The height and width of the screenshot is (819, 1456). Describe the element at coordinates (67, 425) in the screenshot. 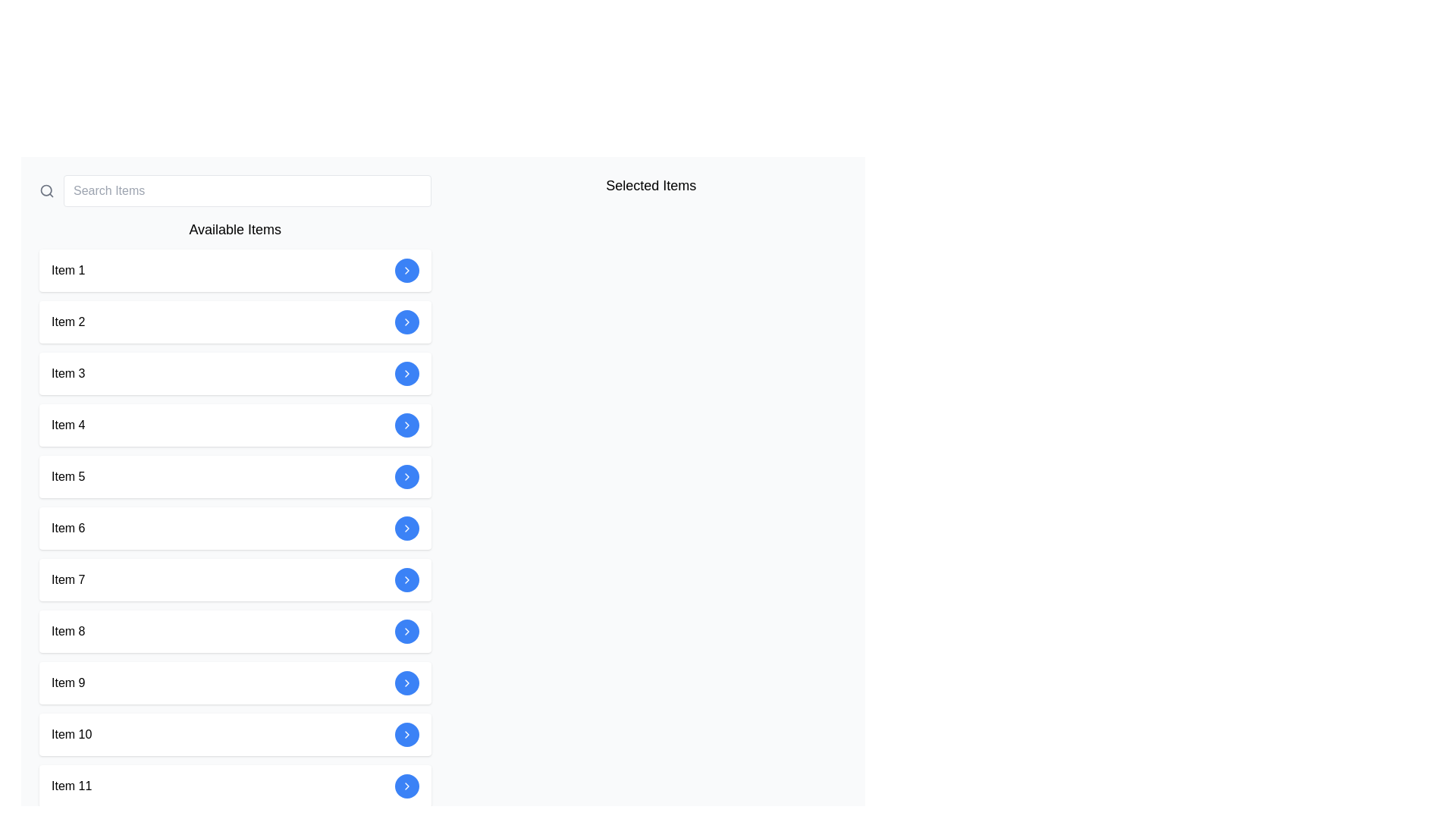

I see `the text label indicating the item's name in the fourth card under the 'Available Items' section` at that location.